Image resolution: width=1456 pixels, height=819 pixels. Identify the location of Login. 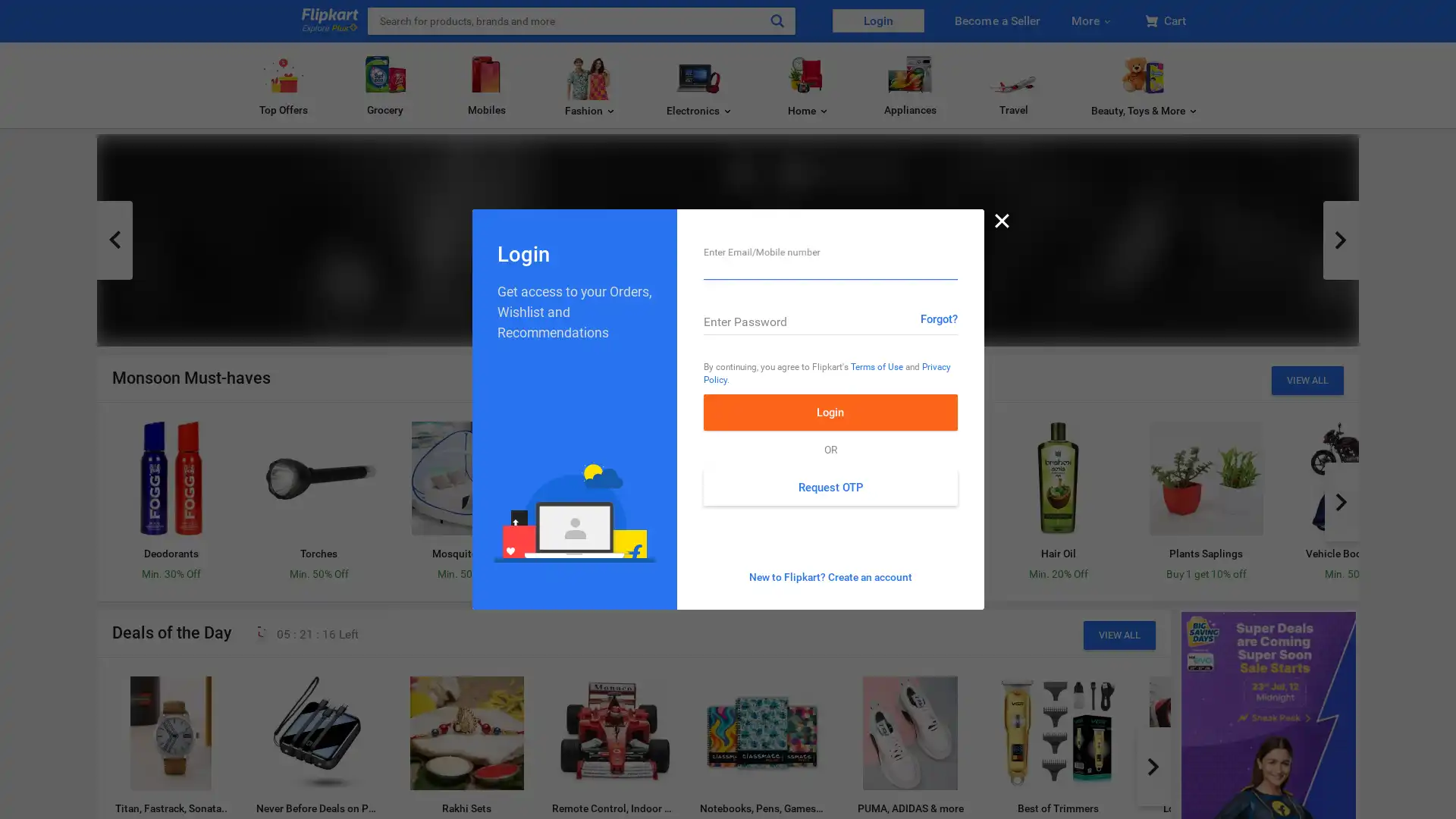
(829, 412).